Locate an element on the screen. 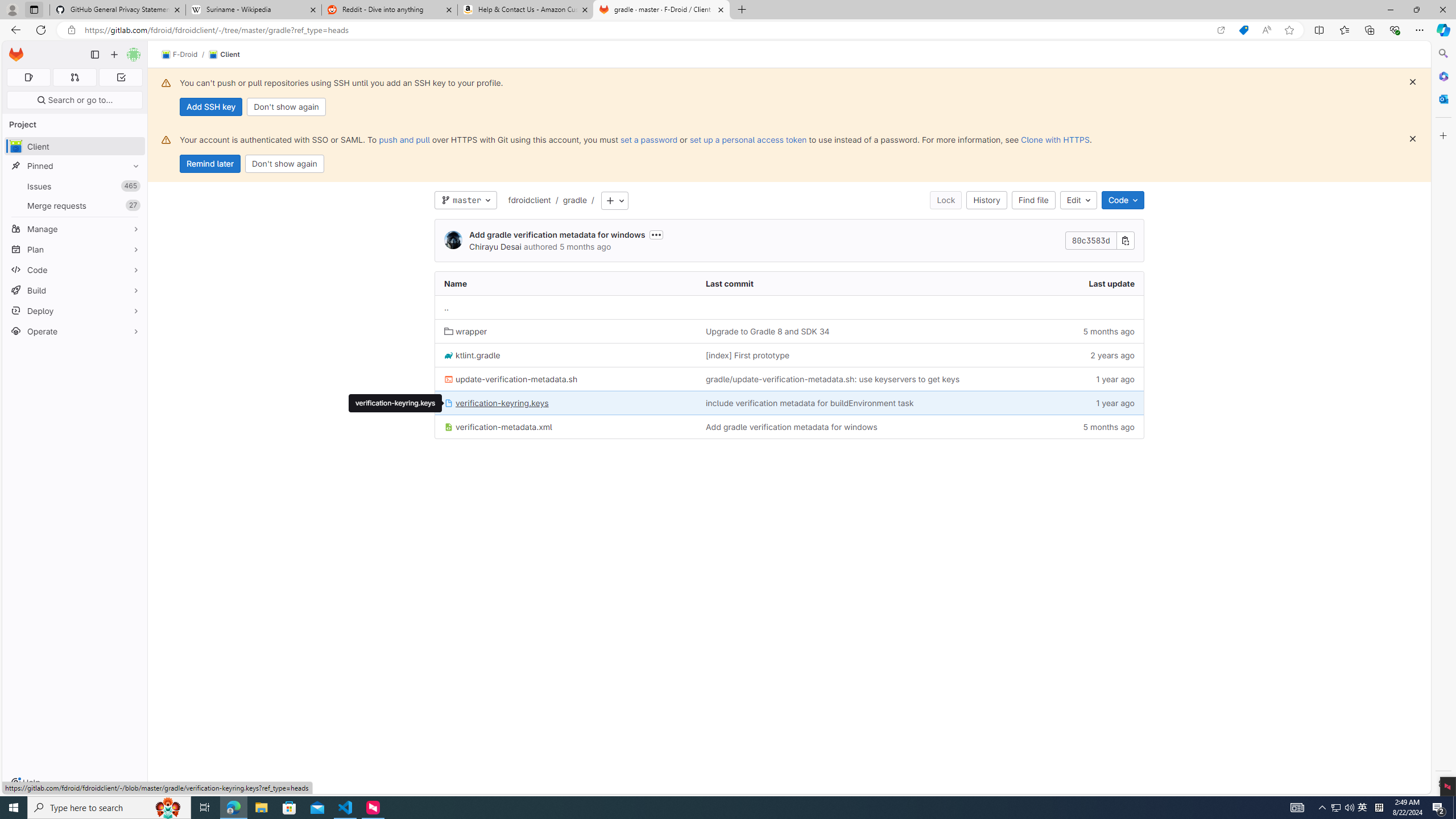  'Operate' is located at coordinates (74, 331).